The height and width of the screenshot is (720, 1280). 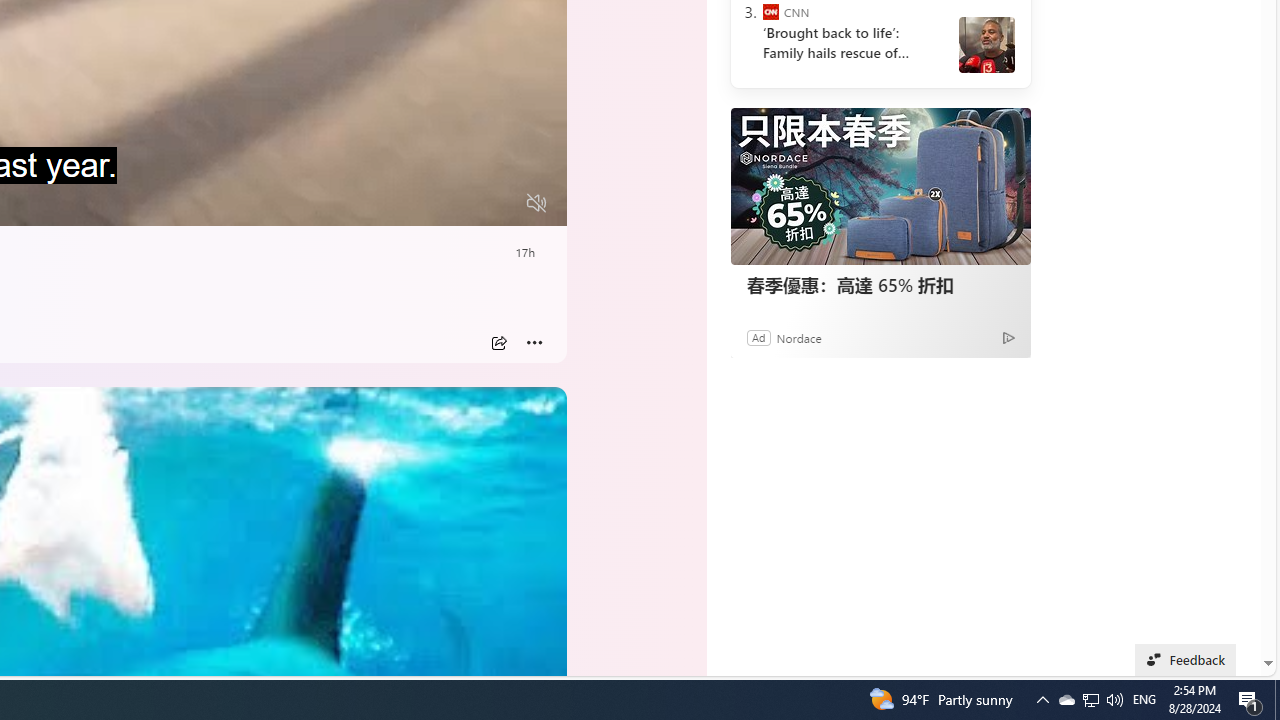 I want to click on 'CNN', so click(x=769, y=12).